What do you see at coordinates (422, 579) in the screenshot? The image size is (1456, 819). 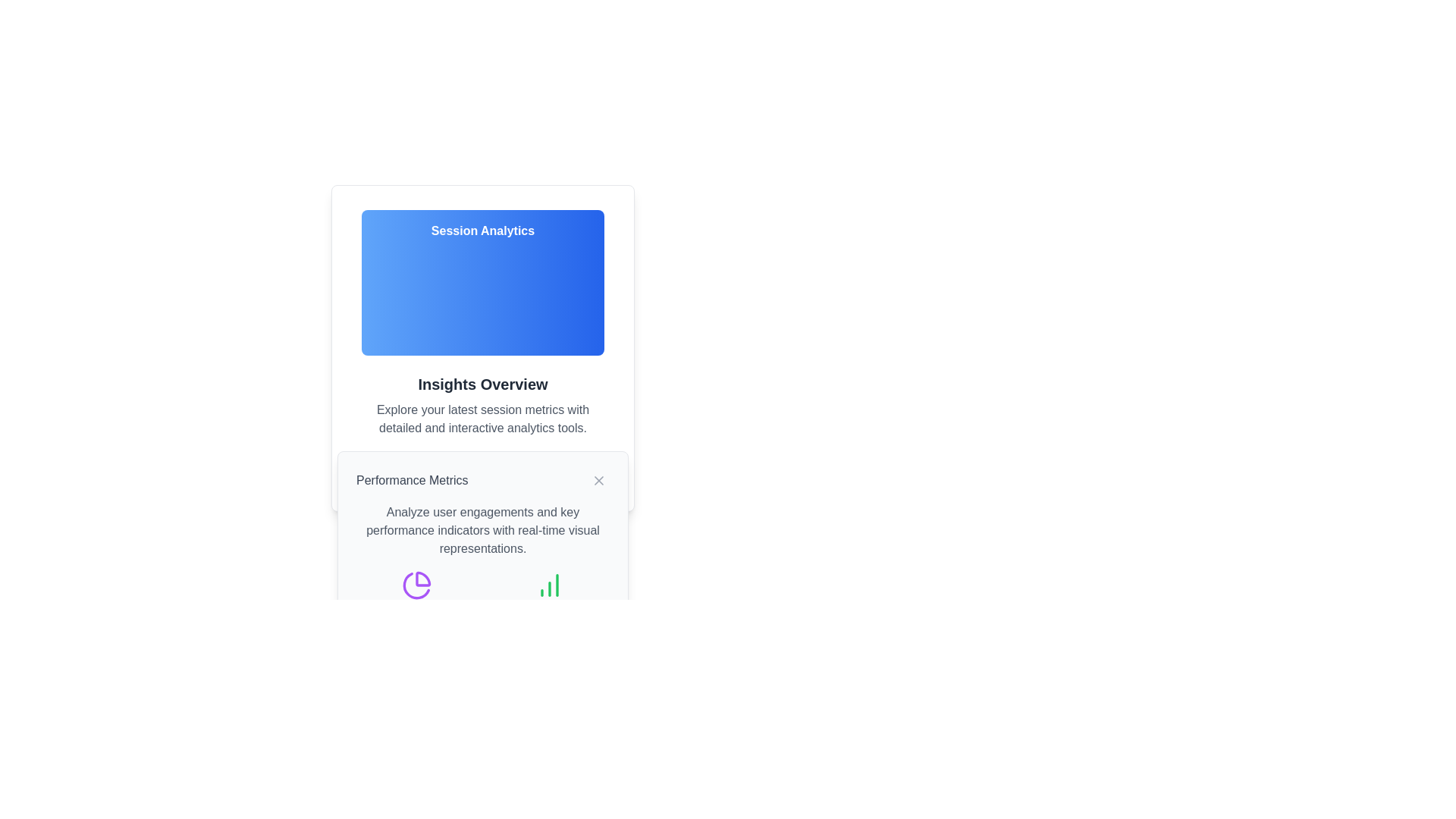 I see `properties of the rightmost segment of the pie chart icon located in the lower section of the 'Performance Metrics' card` at bounding box center [422, 579].